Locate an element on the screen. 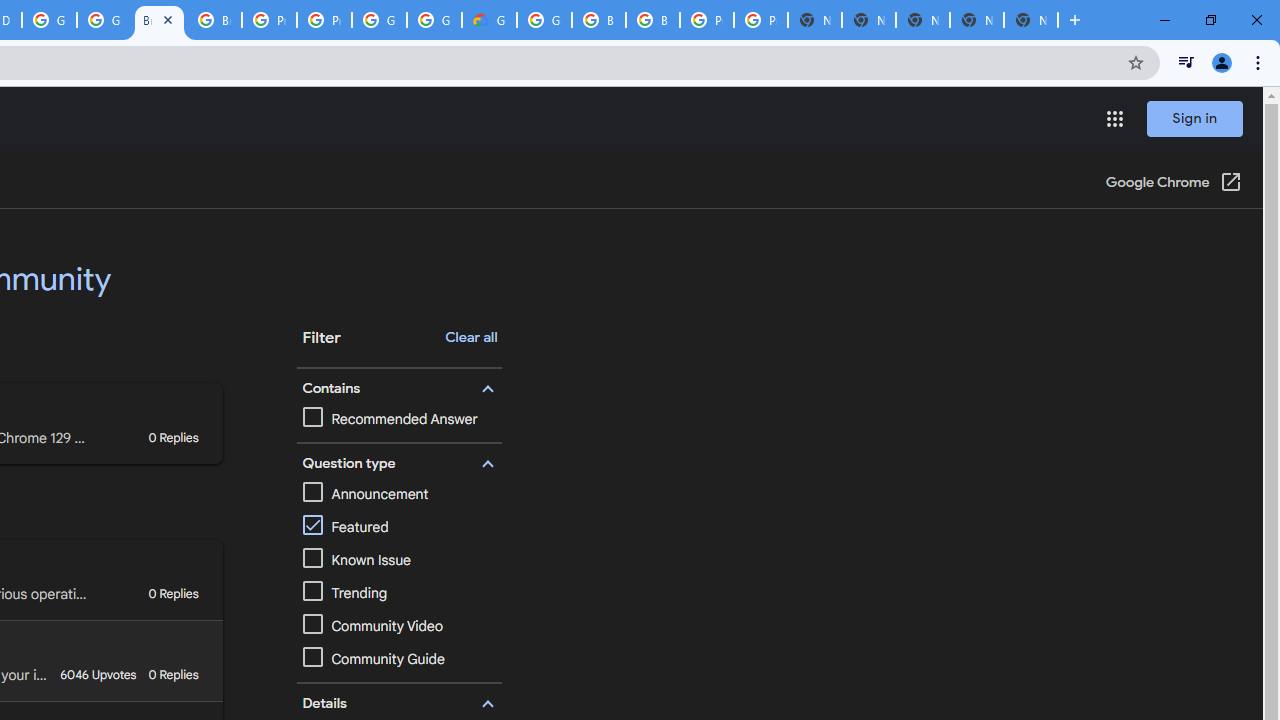  'Community Video' is located at coordinates (399, 625).